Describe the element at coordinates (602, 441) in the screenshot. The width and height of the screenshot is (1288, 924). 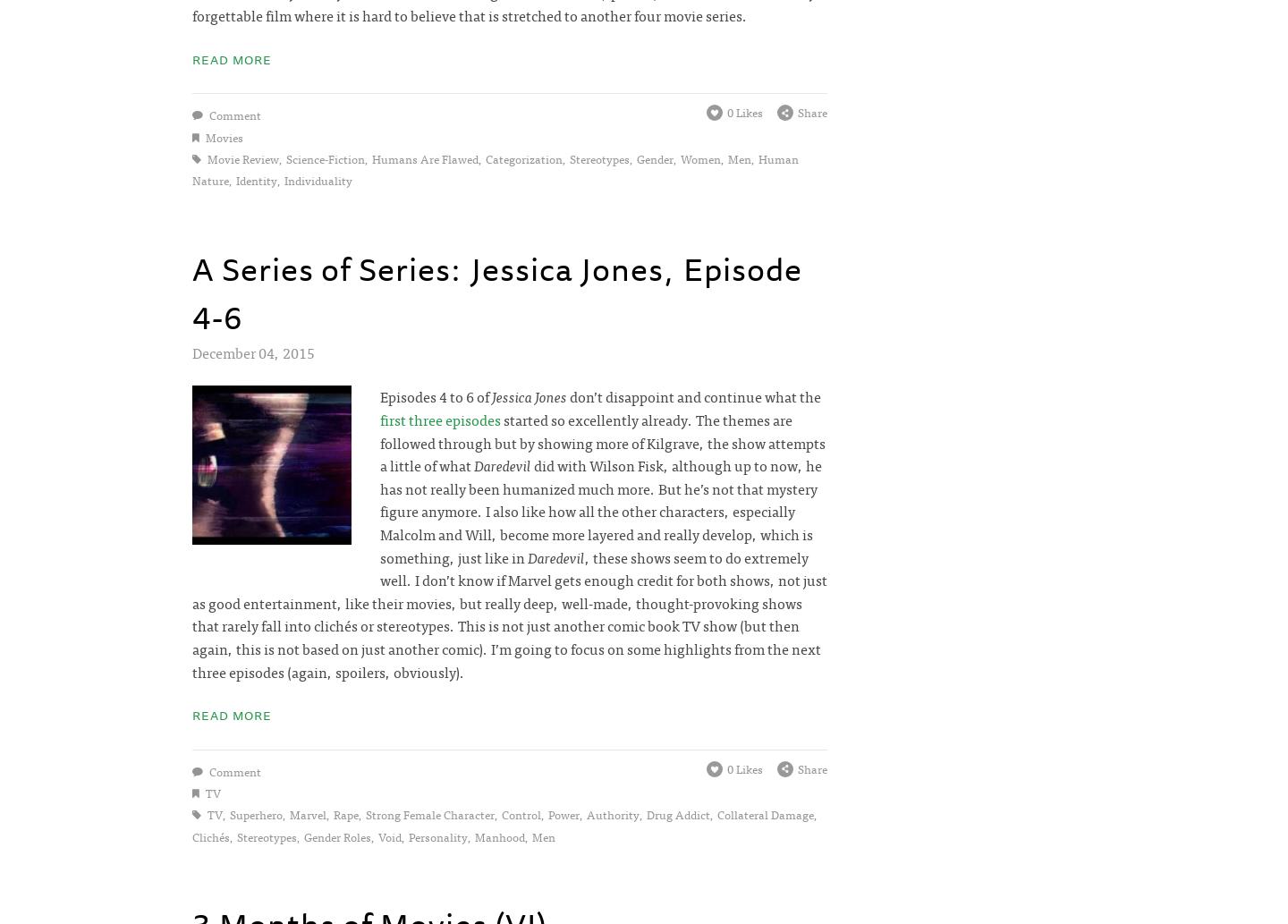
I see `'started so excellently already. The themes are followed through but by showing more of Kilgrave, the show attempts a little of what'` at that location.